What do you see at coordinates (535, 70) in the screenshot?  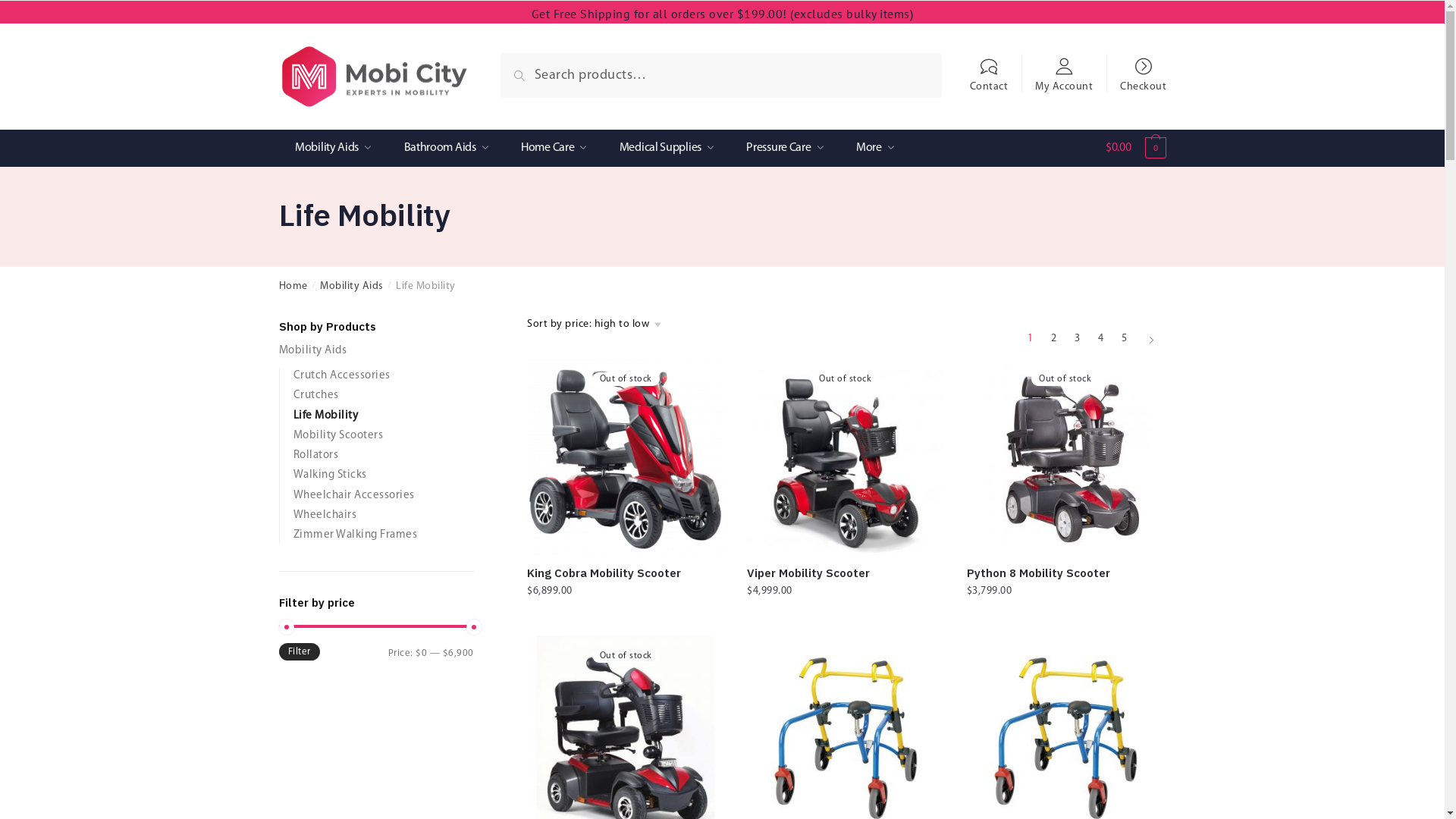 I see `'Search'` at bounding box center [535, 70].